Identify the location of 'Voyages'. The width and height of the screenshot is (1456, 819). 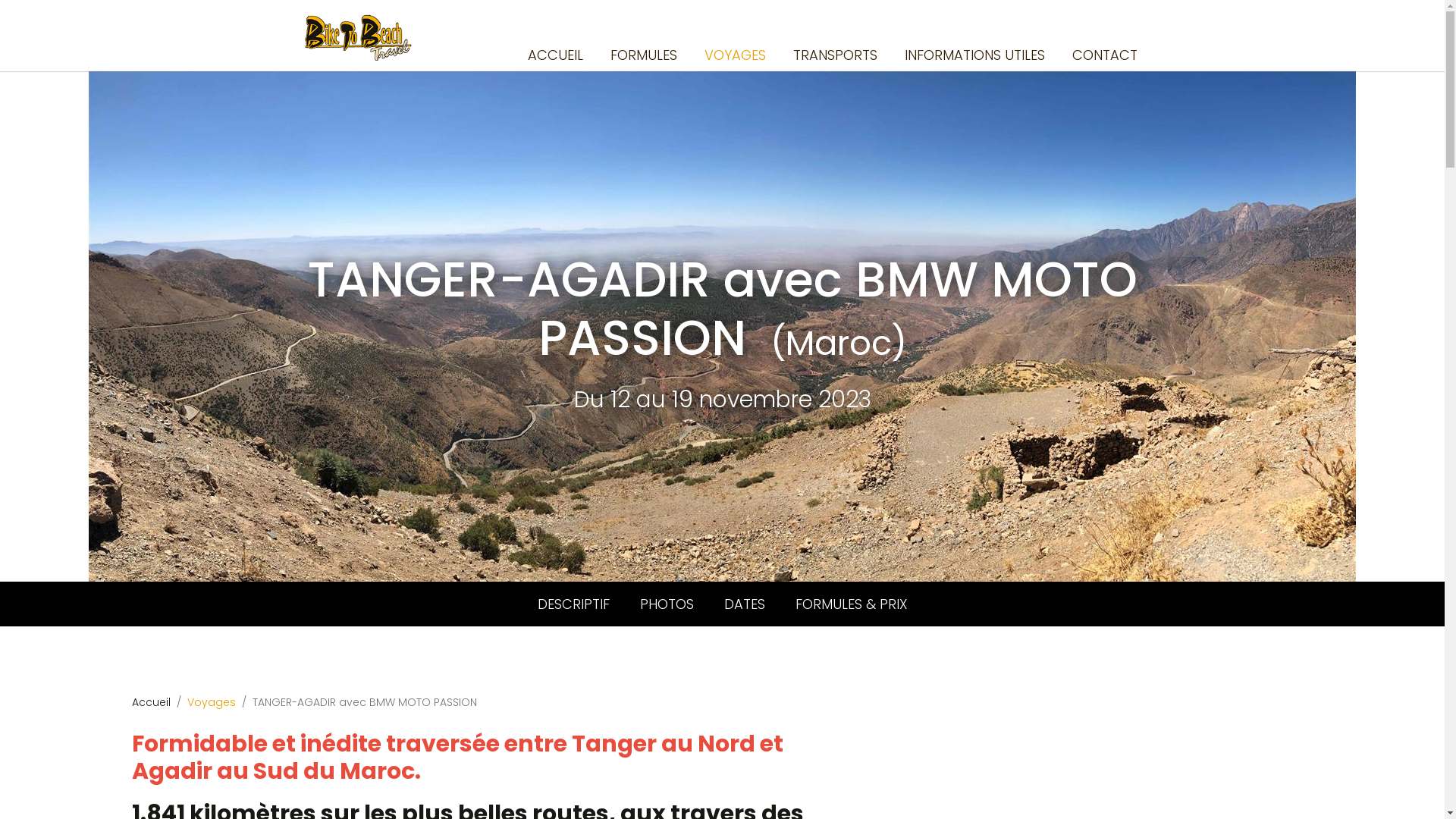
(186, 701).